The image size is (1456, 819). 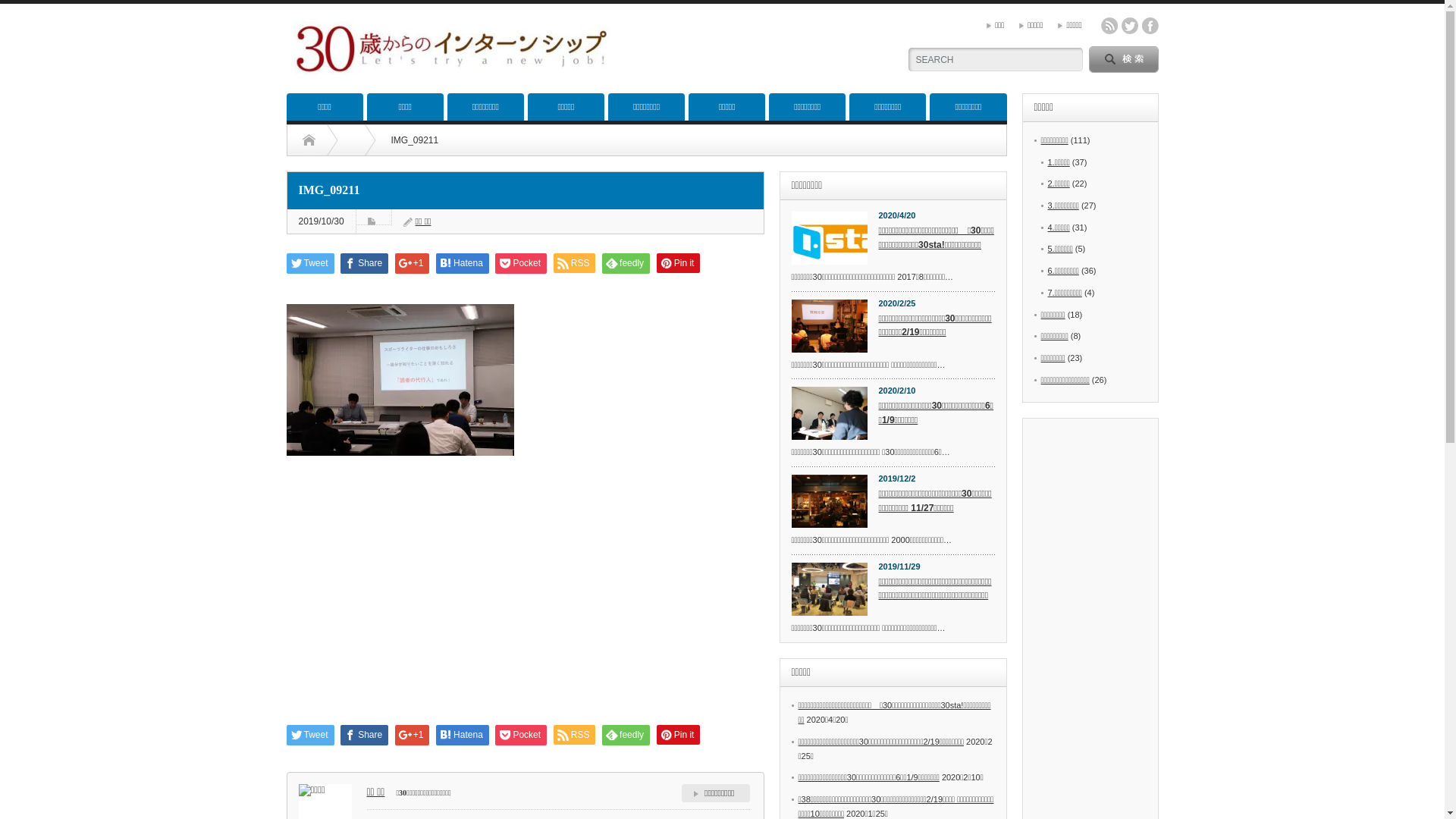 I want to click on 'Pin it', so click(x=677, y=262).